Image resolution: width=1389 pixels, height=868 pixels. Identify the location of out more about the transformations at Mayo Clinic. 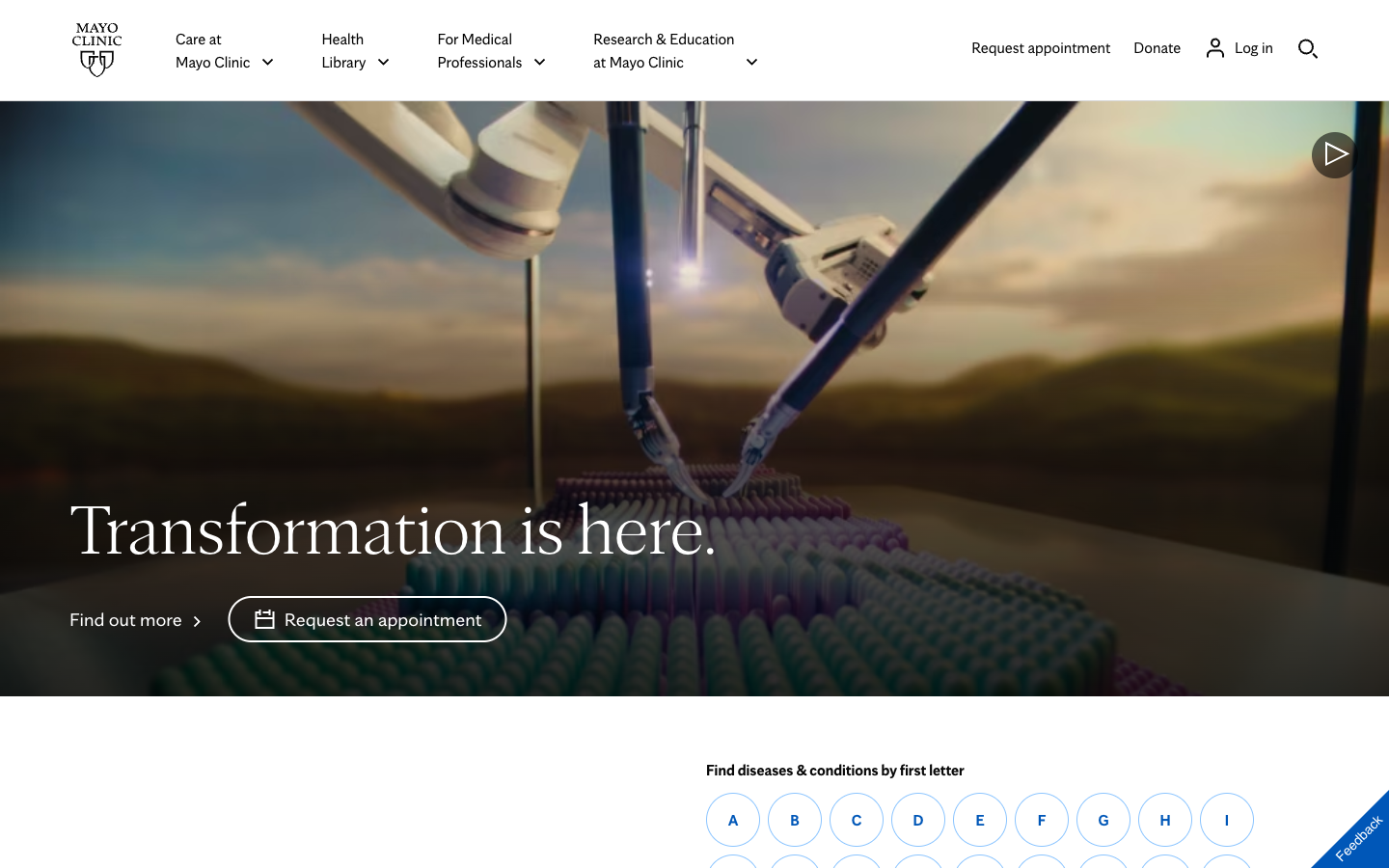
(136, 618).